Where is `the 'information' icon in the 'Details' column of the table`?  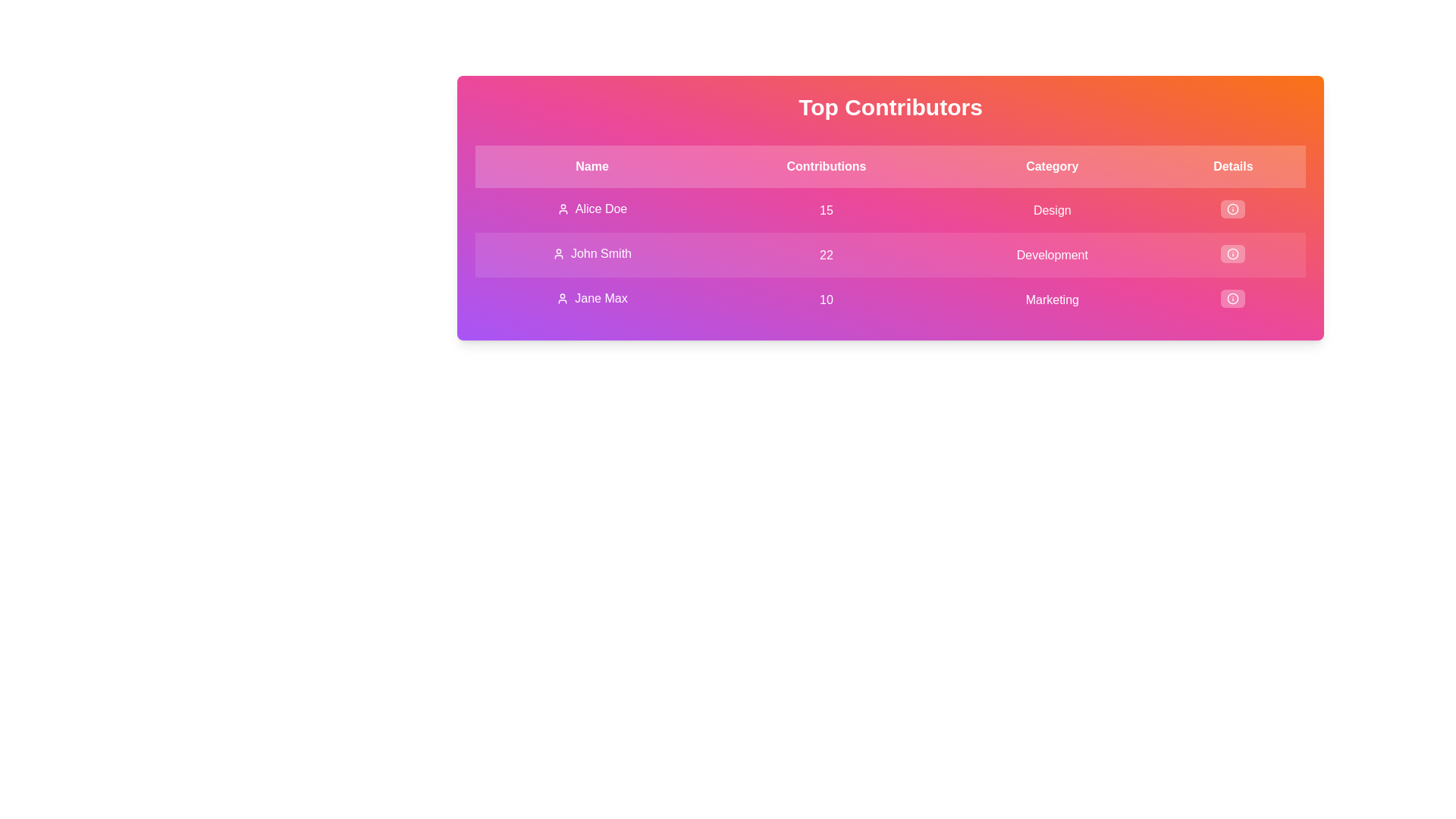
the 'information' icon in the 'Details' column of the table is located at coordinates (1233, 209).